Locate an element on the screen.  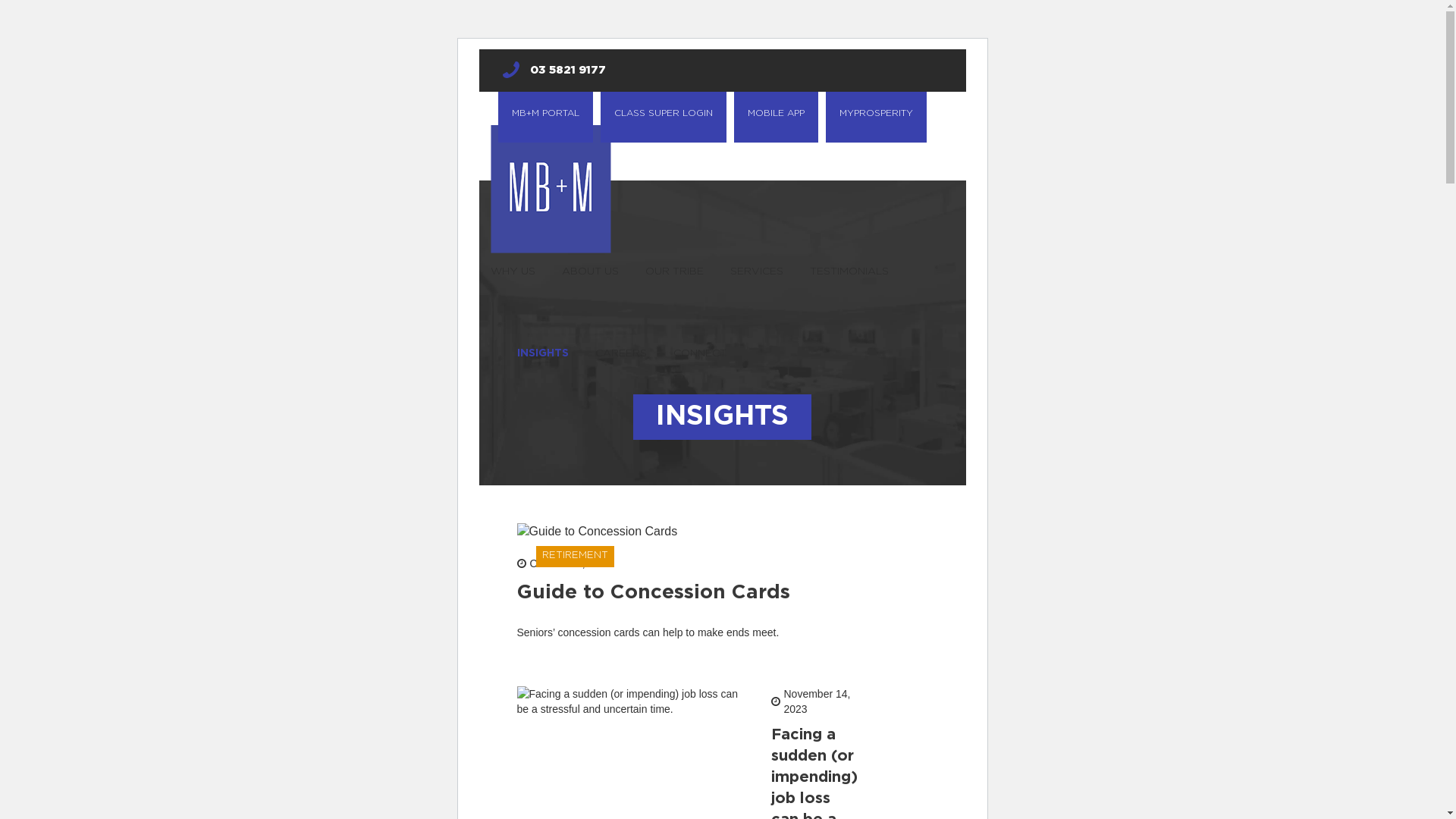
'WHY US' is located at coordinates (490, 271).